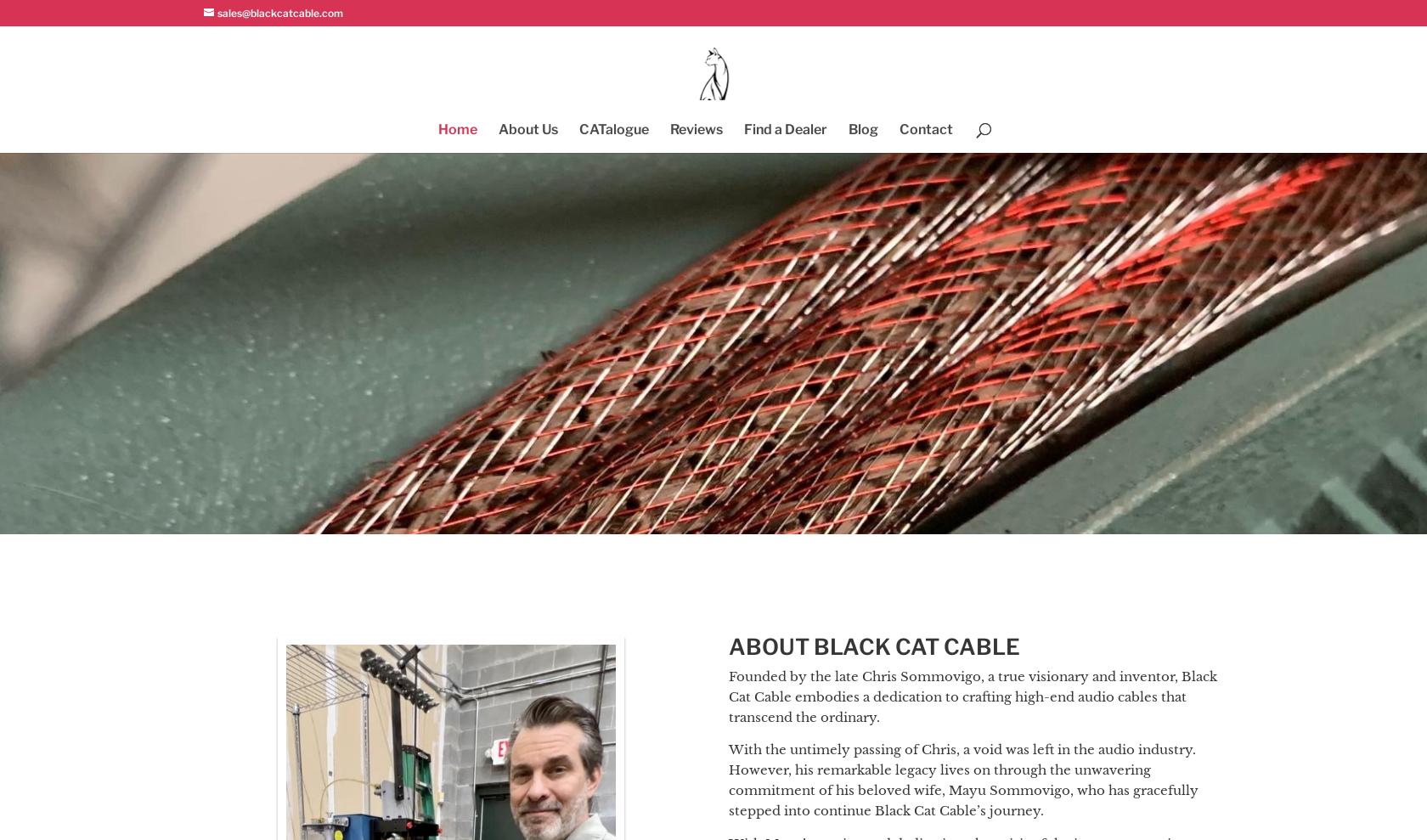 The width and height of the screenshot is (1427, 840). What do you see at coordinates (785, 128) in the screenshot?
I see `'Find a Dealer'` at bounding box center [785, 128].